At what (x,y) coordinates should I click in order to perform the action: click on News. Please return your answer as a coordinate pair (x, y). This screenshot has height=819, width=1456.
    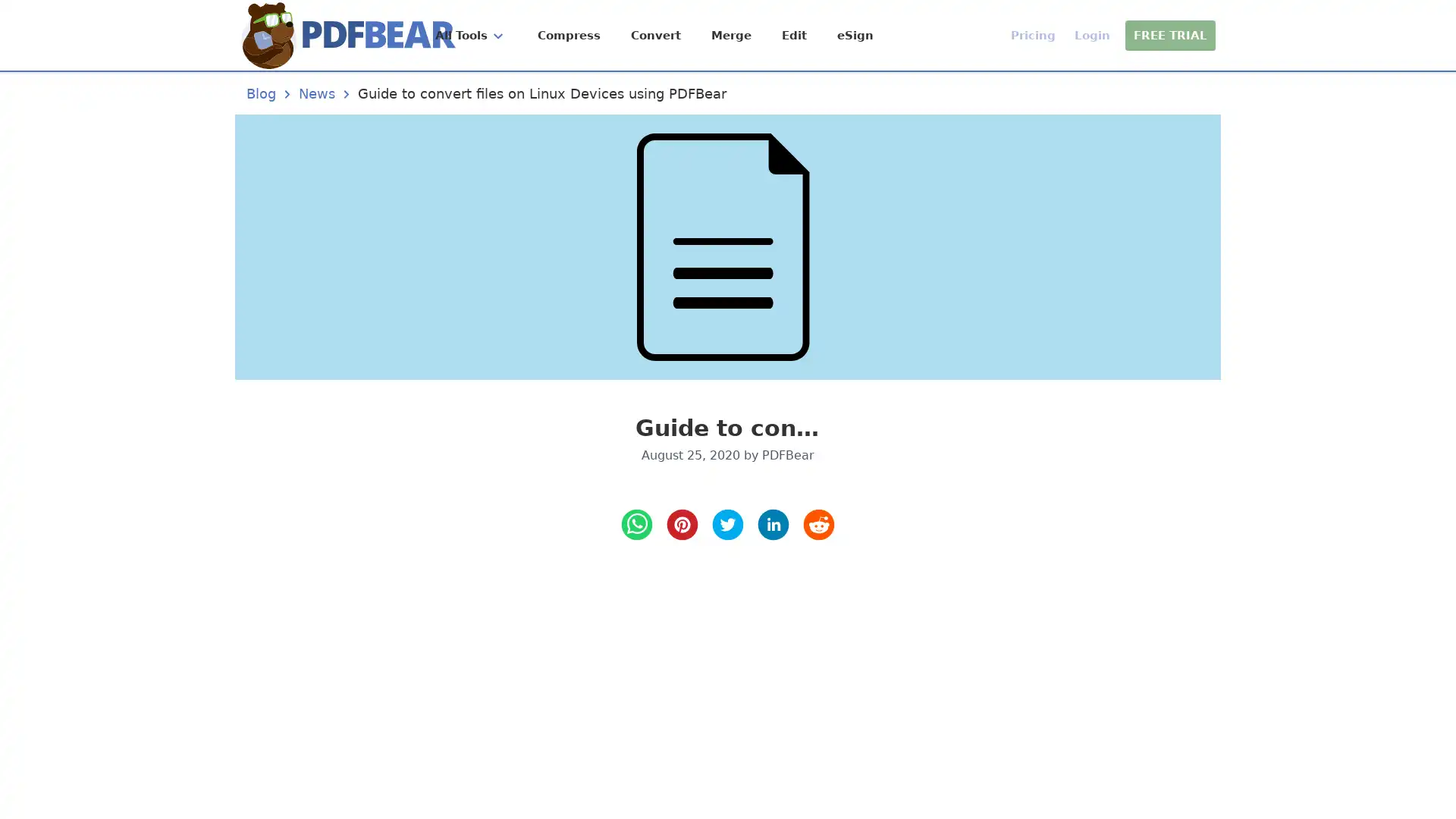
    Looking at the image, I should click on (315, 93).